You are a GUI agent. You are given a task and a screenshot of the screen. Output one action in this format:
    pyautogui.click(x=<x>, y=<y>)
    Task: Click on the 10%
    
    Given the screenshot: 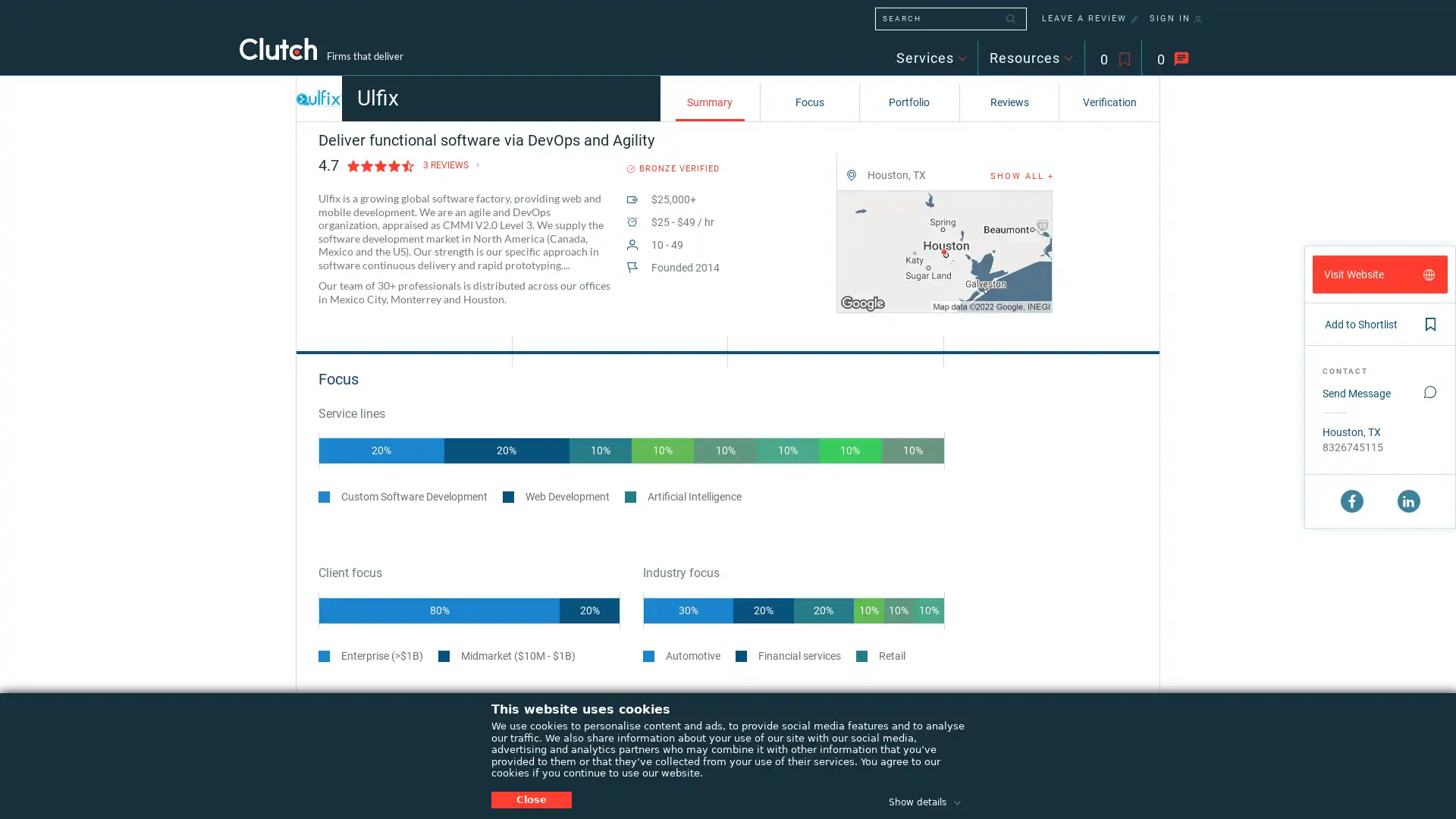 What is the action you would take?
    pyautogui.click(x=599, y=450)
    